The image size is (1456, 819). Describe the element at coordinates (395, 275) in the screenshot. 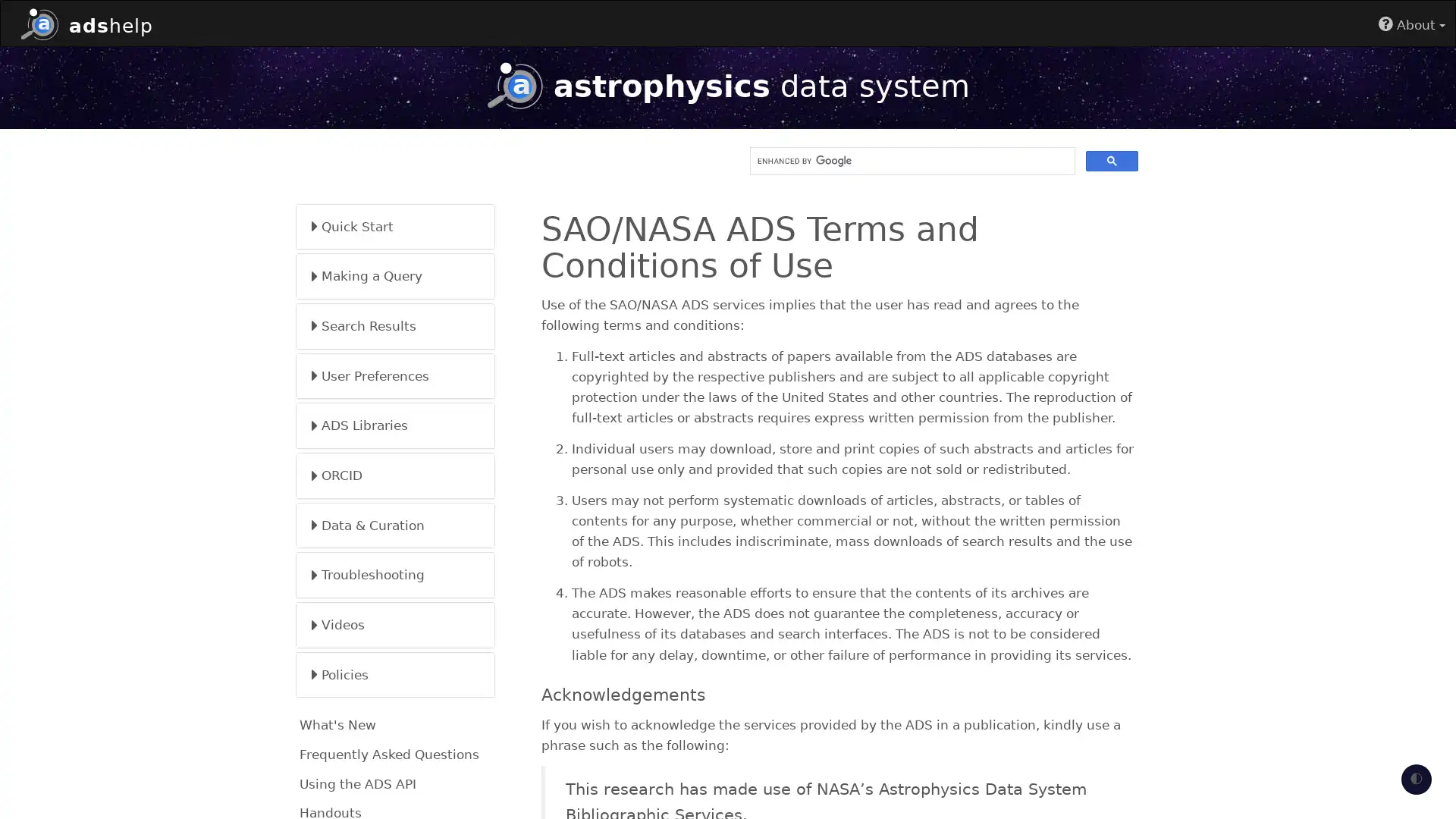

I see `Making a Query` at that location.